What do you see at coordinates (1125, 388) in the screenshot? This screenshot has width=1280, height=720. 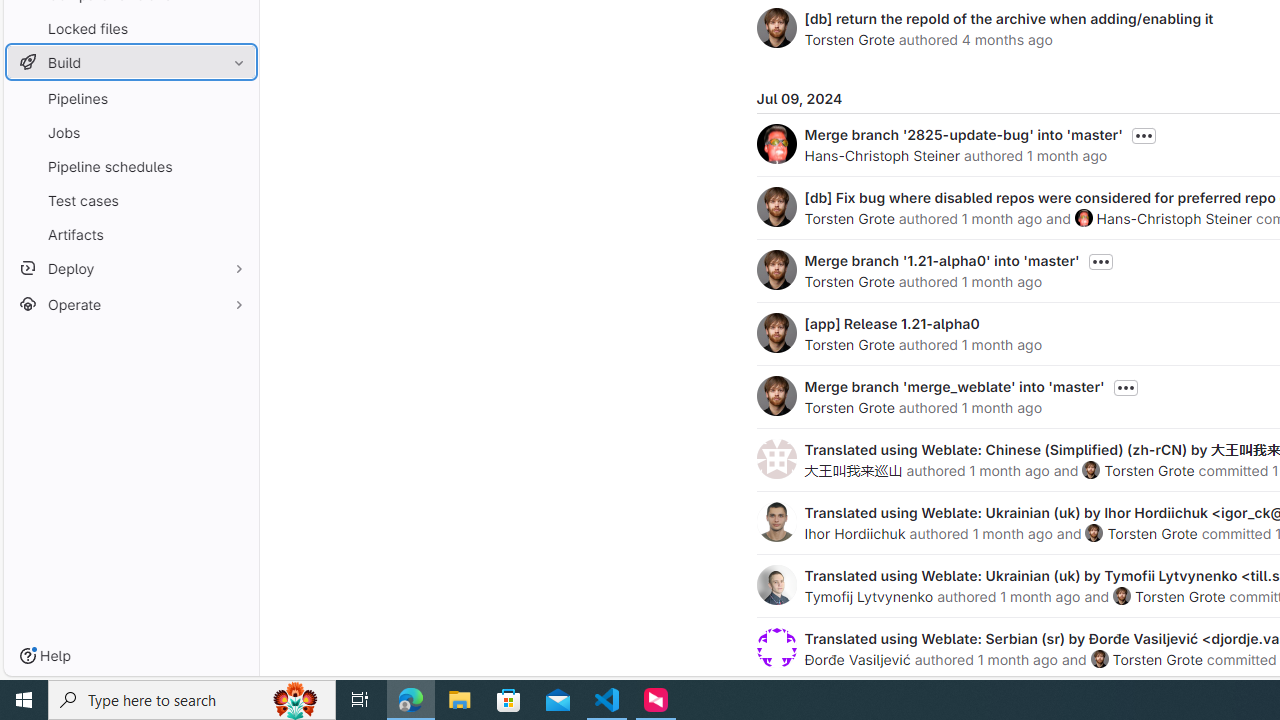 I see `'Toggle commit description'` at bounding box center [1125, 388].